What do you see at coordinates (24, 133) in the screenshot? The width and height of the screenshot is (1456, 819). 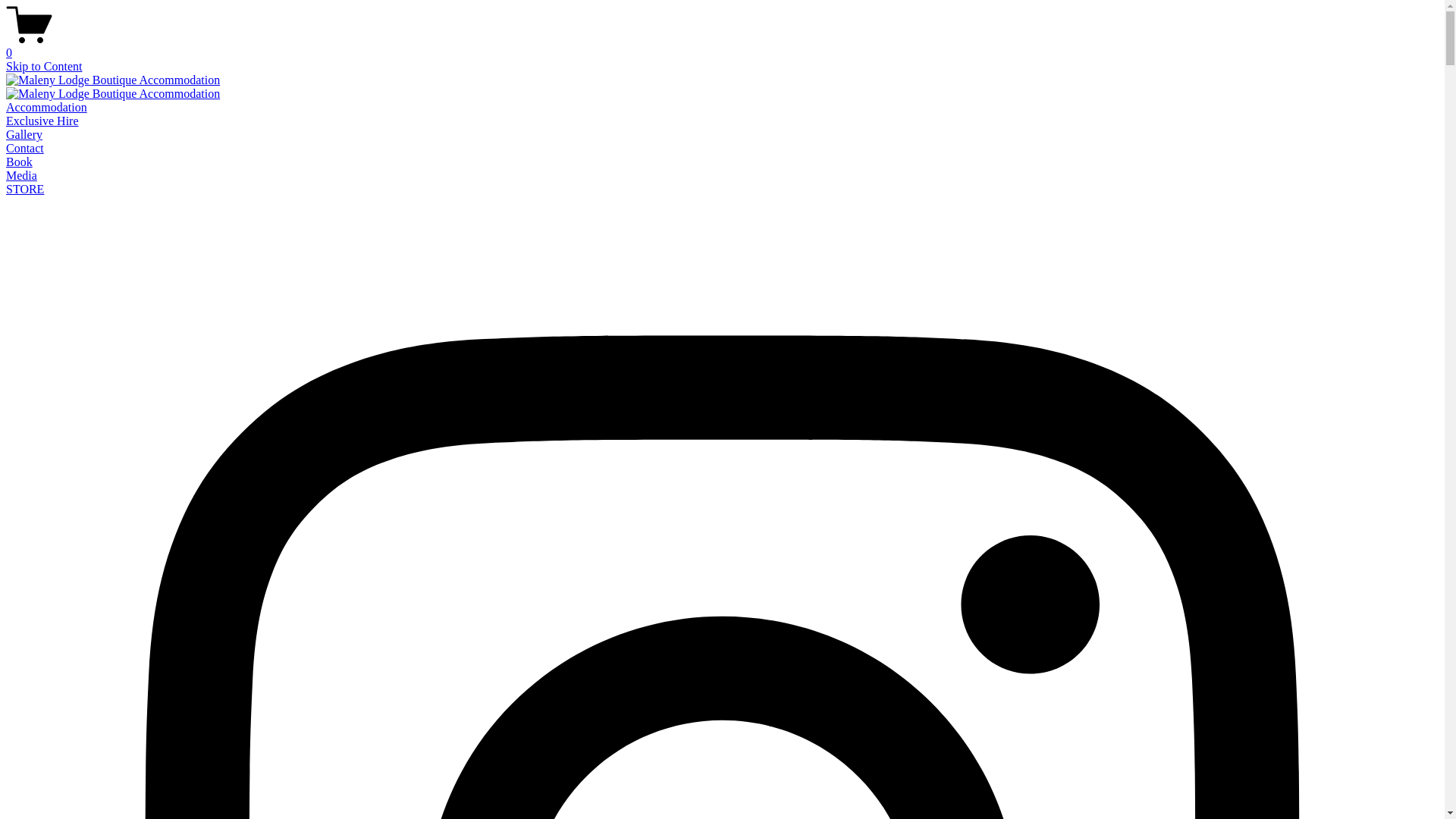 I see `'Gallery'` at bounding box center [24, 133].